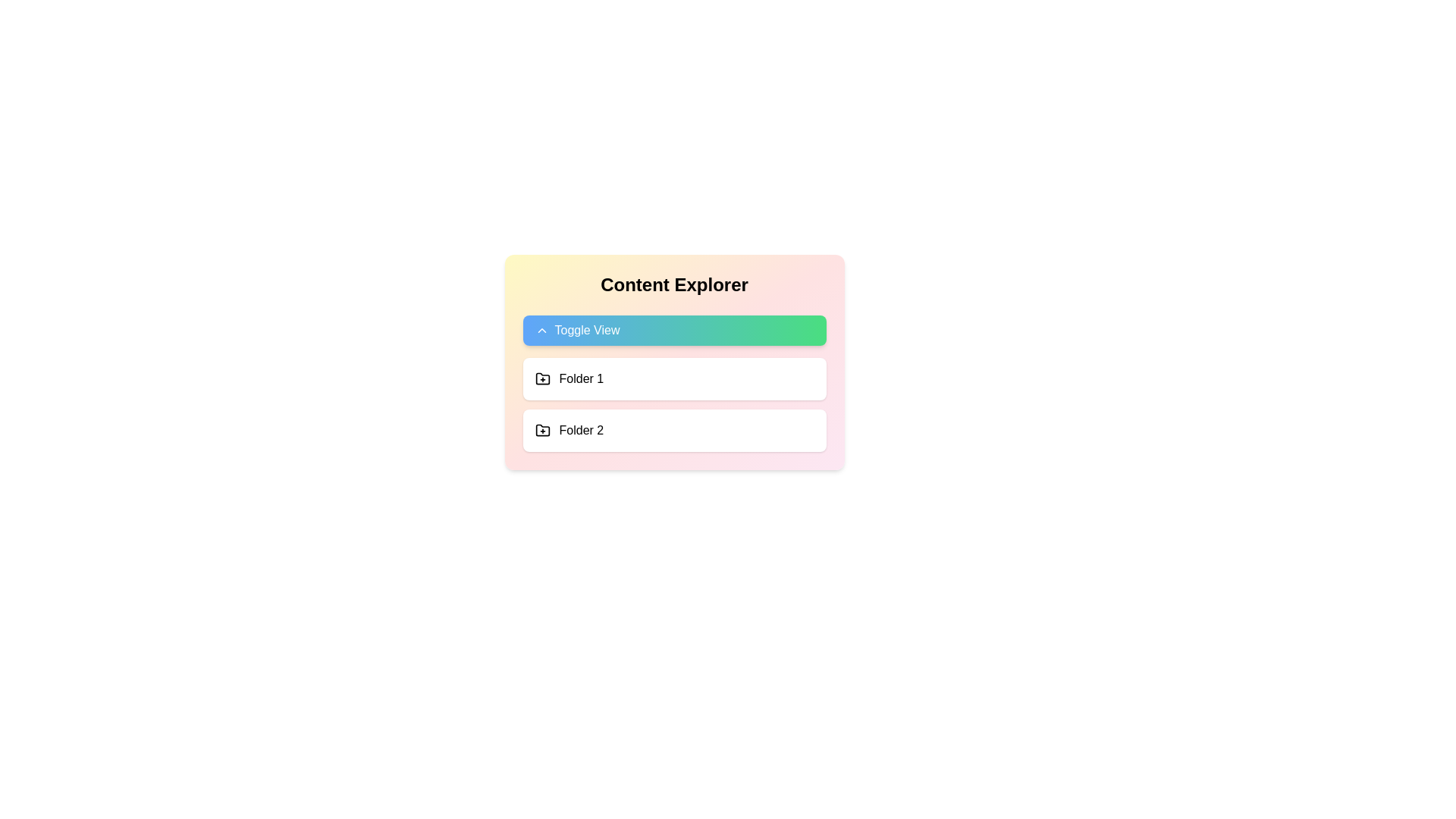  Describe the element at coordinates (568, 378) in the screenshot. I see `the first row in the list containing a folder icon and the text 'Folder 1'` at that location.